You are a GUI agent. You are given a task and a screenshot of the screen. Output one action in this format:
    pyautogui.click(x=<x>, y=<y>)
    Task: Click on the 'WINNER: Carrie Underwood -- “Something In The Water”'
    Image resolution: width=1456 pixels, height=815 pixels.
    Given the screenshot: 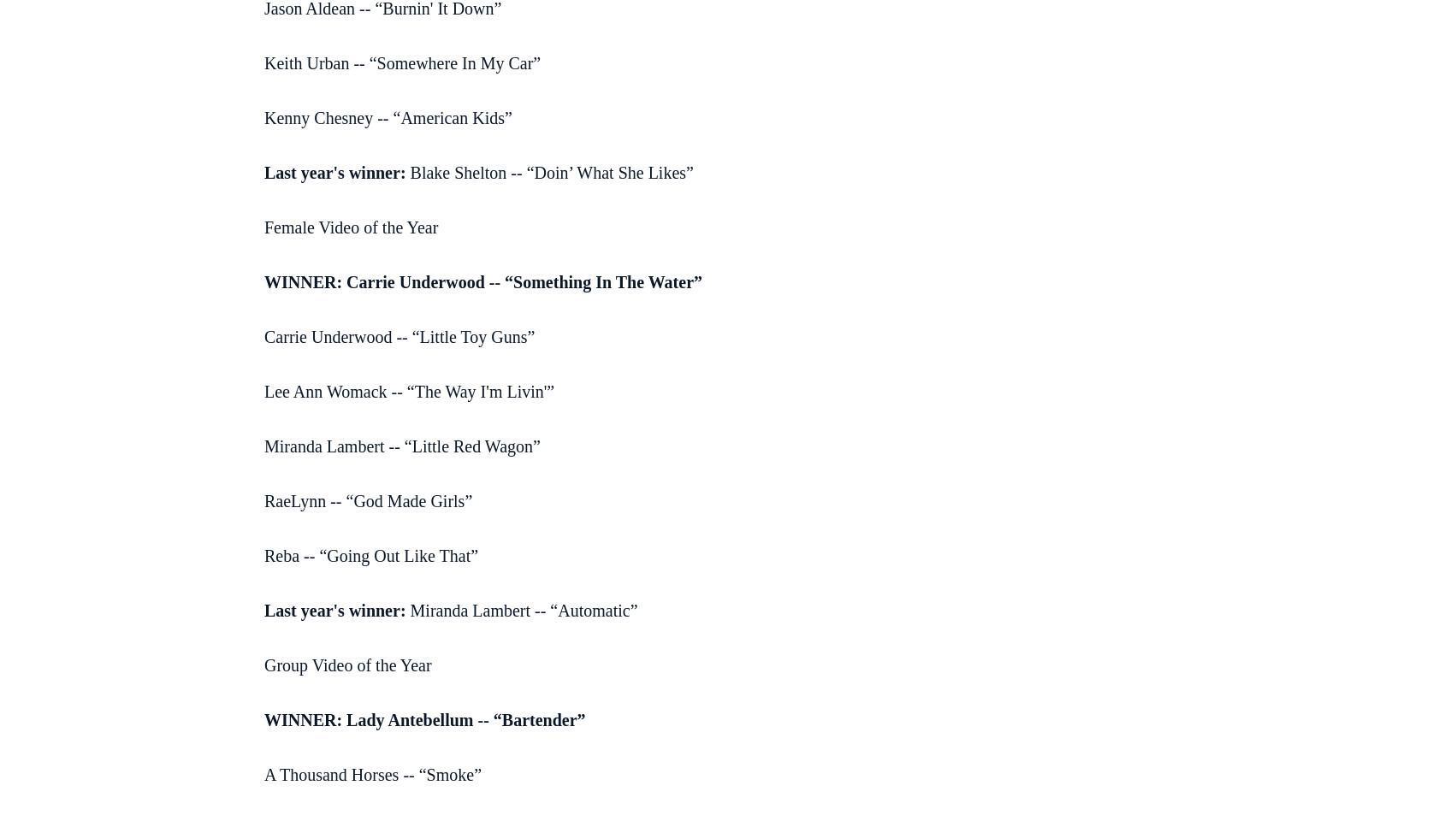 What is the action you would take?
    pyautogui.click(x=264, y=280)
    